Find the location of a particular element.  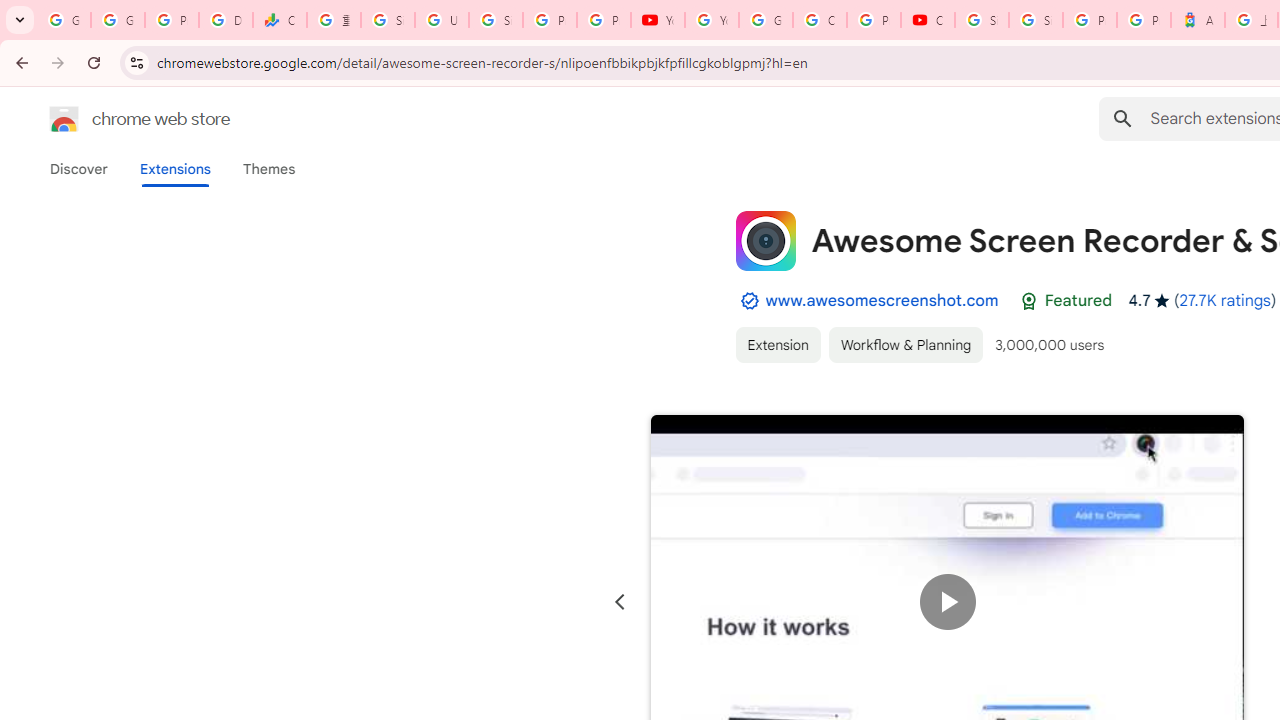

'Chrome Web Store logo' is located at coordinates (64, 119).